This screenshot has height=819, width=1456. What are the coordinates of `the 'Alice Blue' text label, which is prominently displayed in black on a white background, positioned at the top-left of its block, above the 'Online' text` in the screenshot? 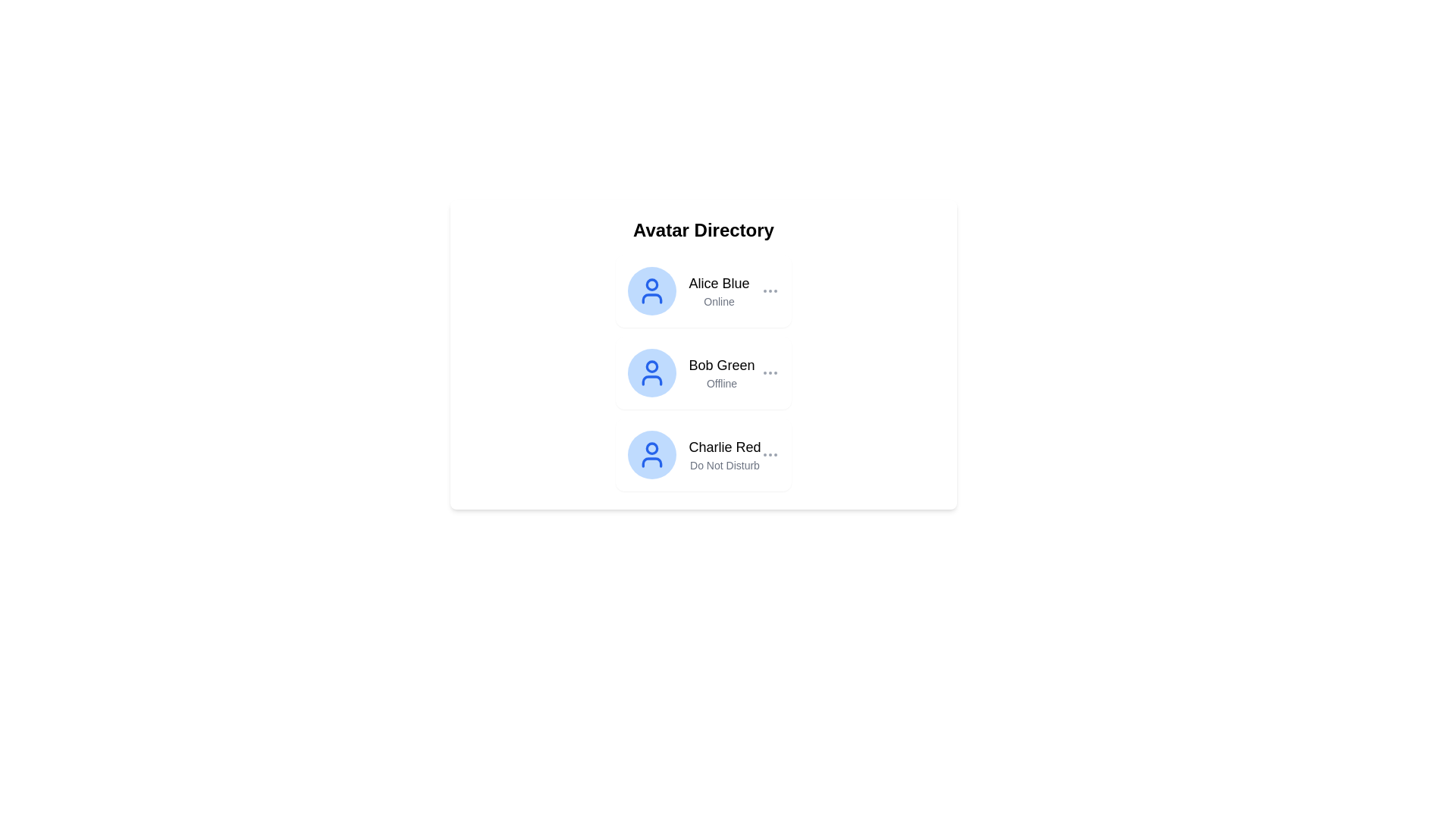 It's located at (718, 284).